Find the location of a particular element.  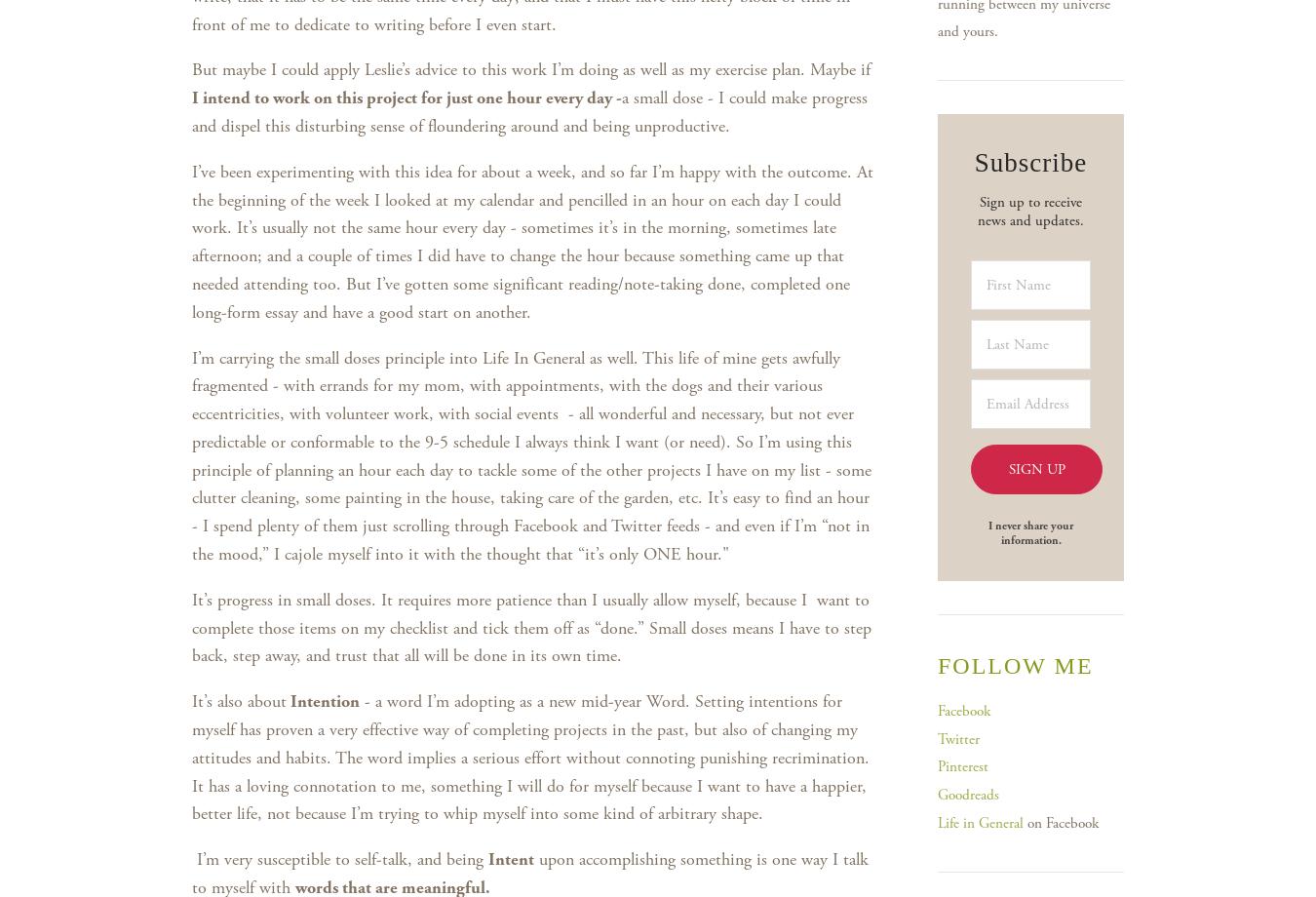

'Follow me' is located at coordinates (1015, 663).